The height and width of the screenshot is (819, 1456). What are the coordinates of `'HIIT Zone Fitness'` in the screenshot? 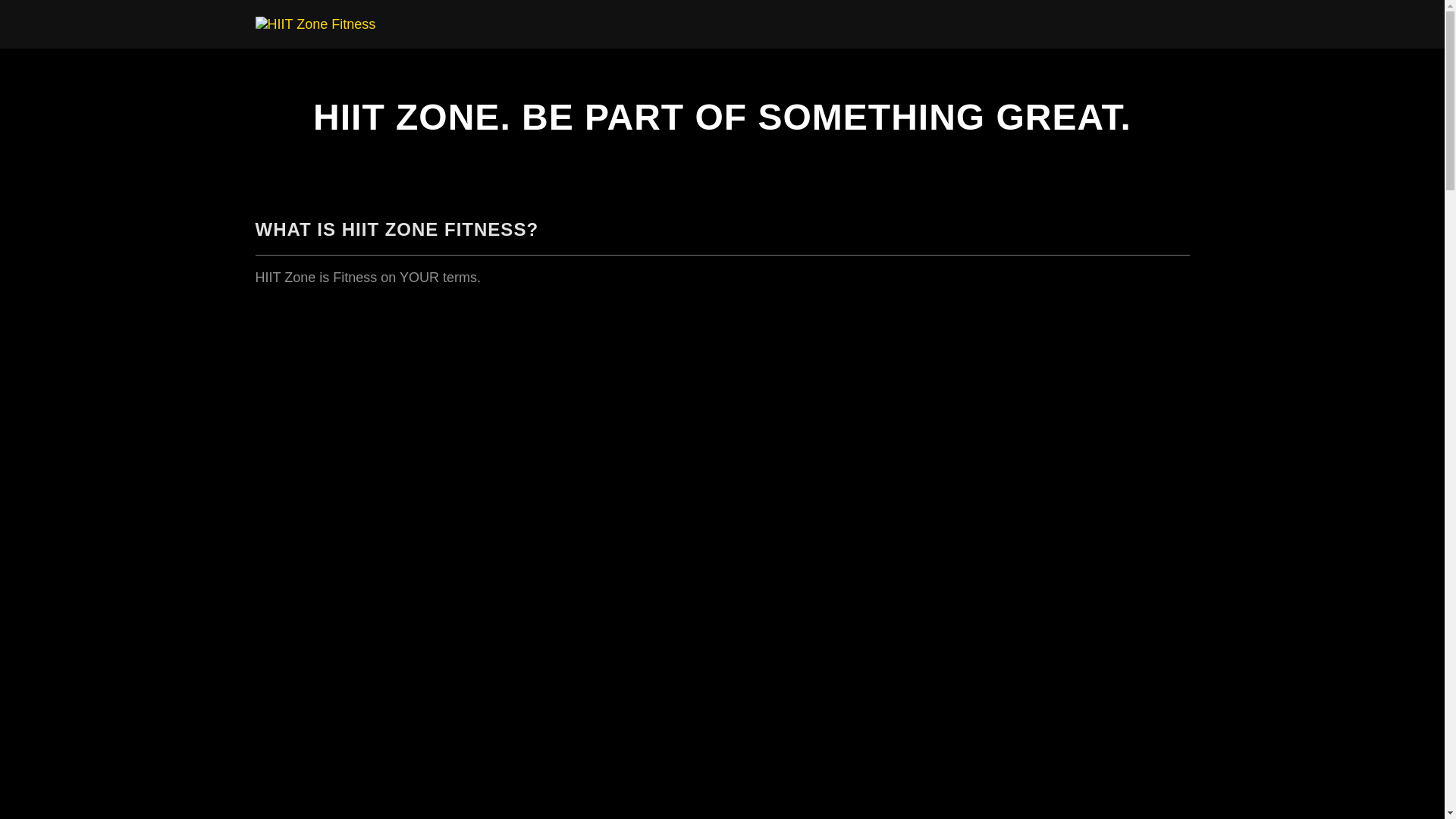 It's located at (314, 23).